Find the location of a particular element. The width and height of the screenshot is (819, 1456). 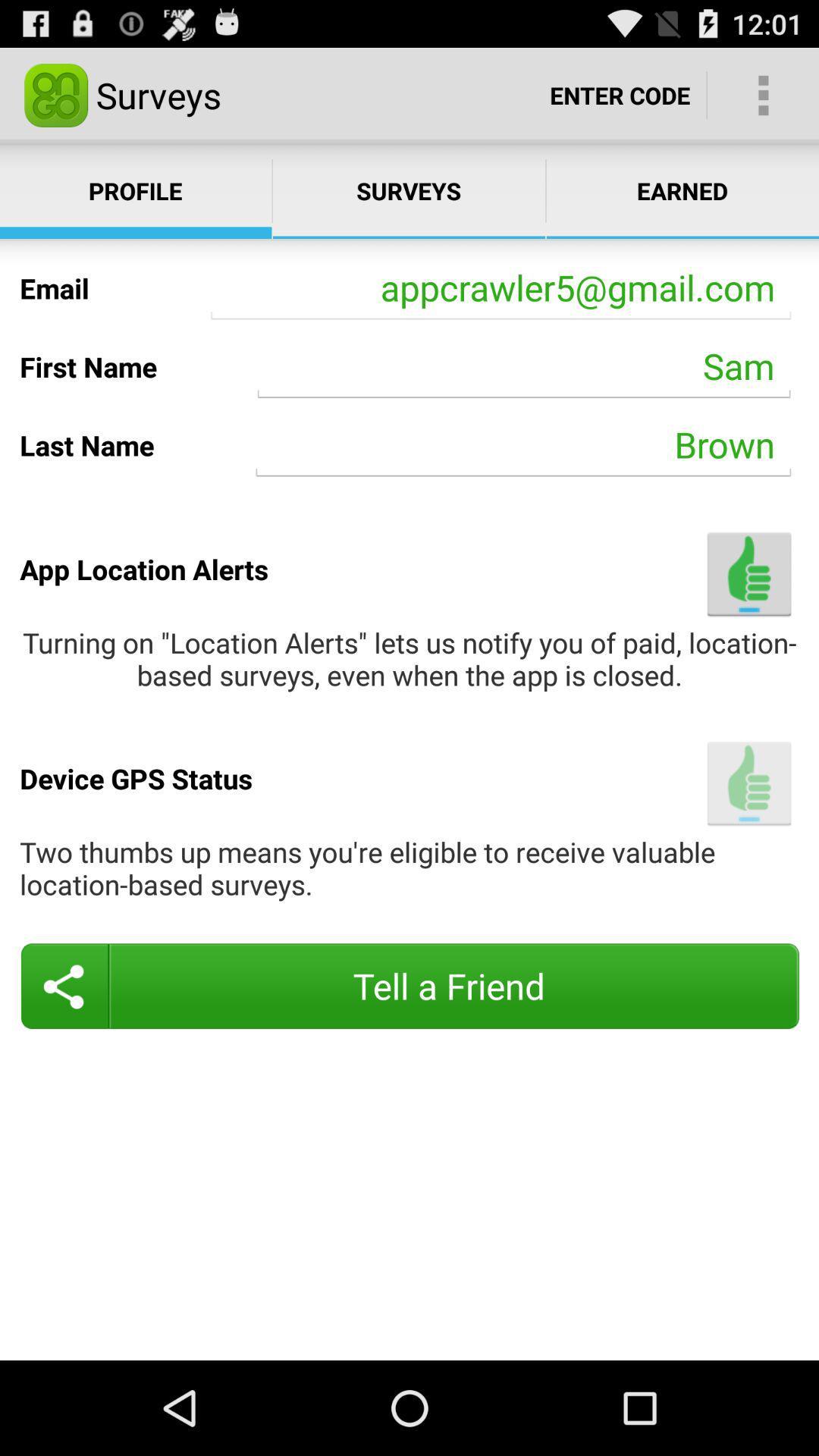

the search bar beside the text email is located at coordinates (500, 288).